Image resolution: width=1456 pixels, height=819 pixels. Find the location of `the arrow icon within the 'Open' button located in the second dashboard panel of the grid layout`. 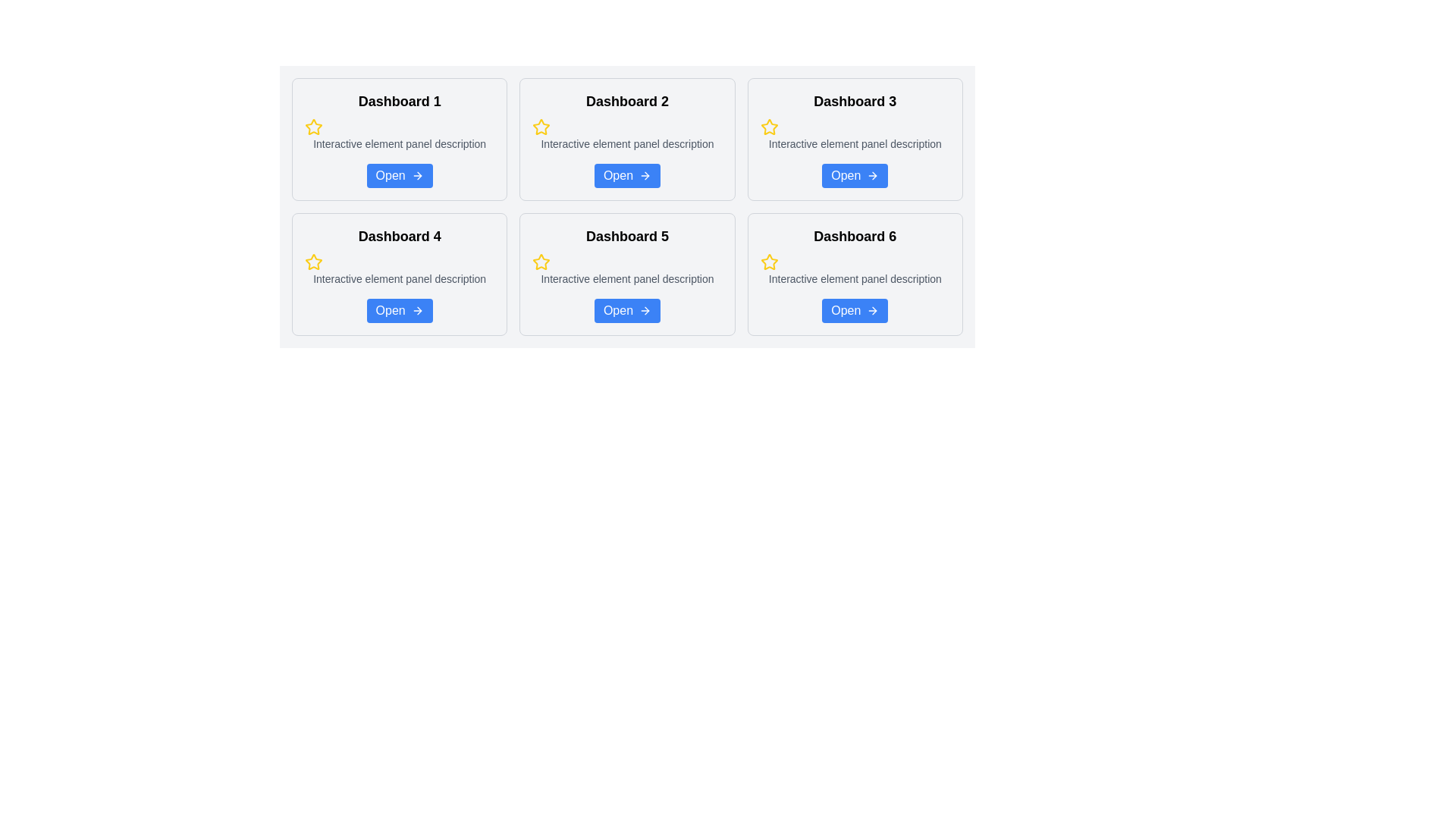

the arrow icon within the 'Open' button located in the second dashboard panel of the grid layout is located at coordinates (645, 174).